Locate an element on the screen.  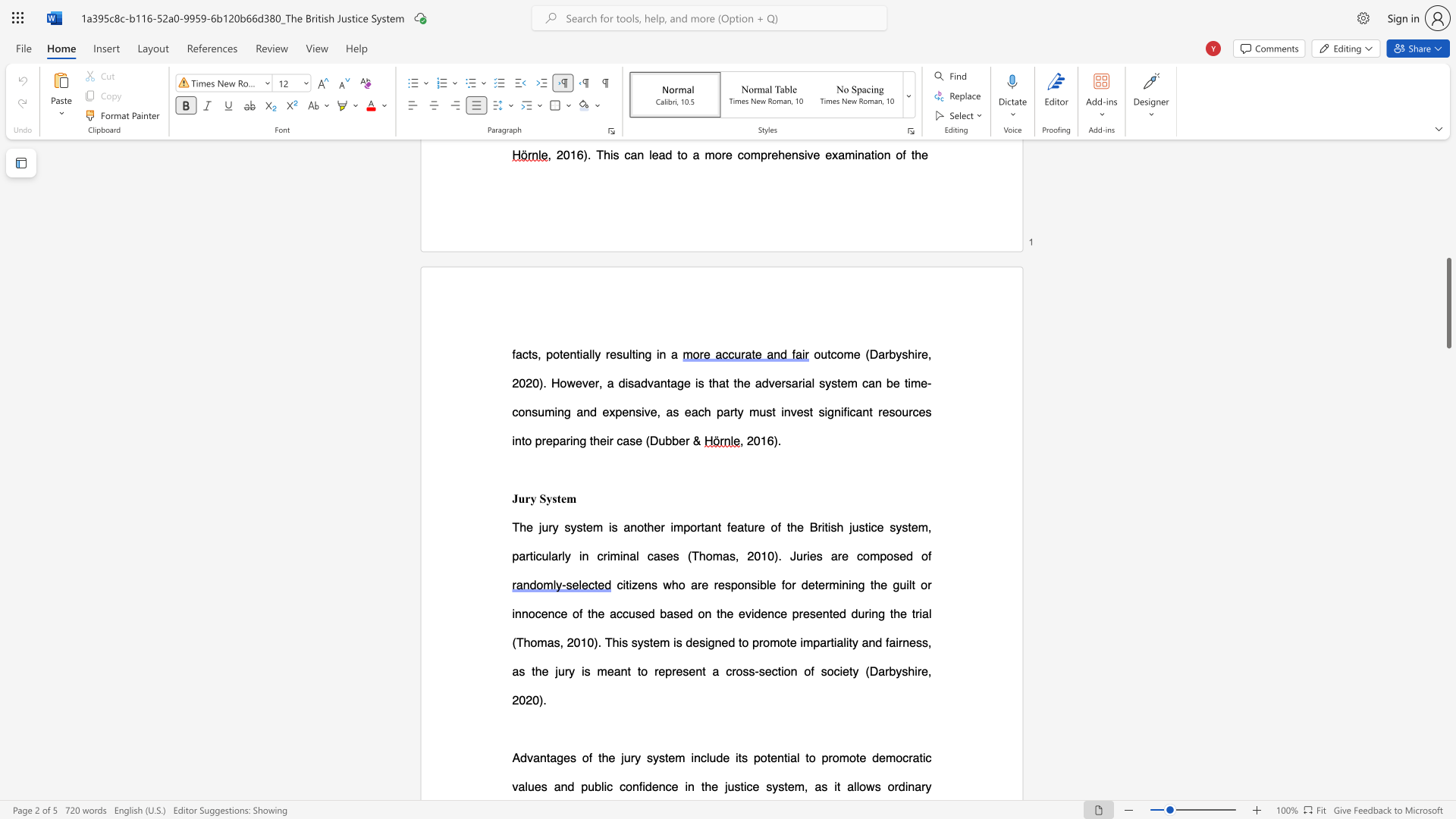
the 4th character "s" in the text is located at coordinates (823, 670).